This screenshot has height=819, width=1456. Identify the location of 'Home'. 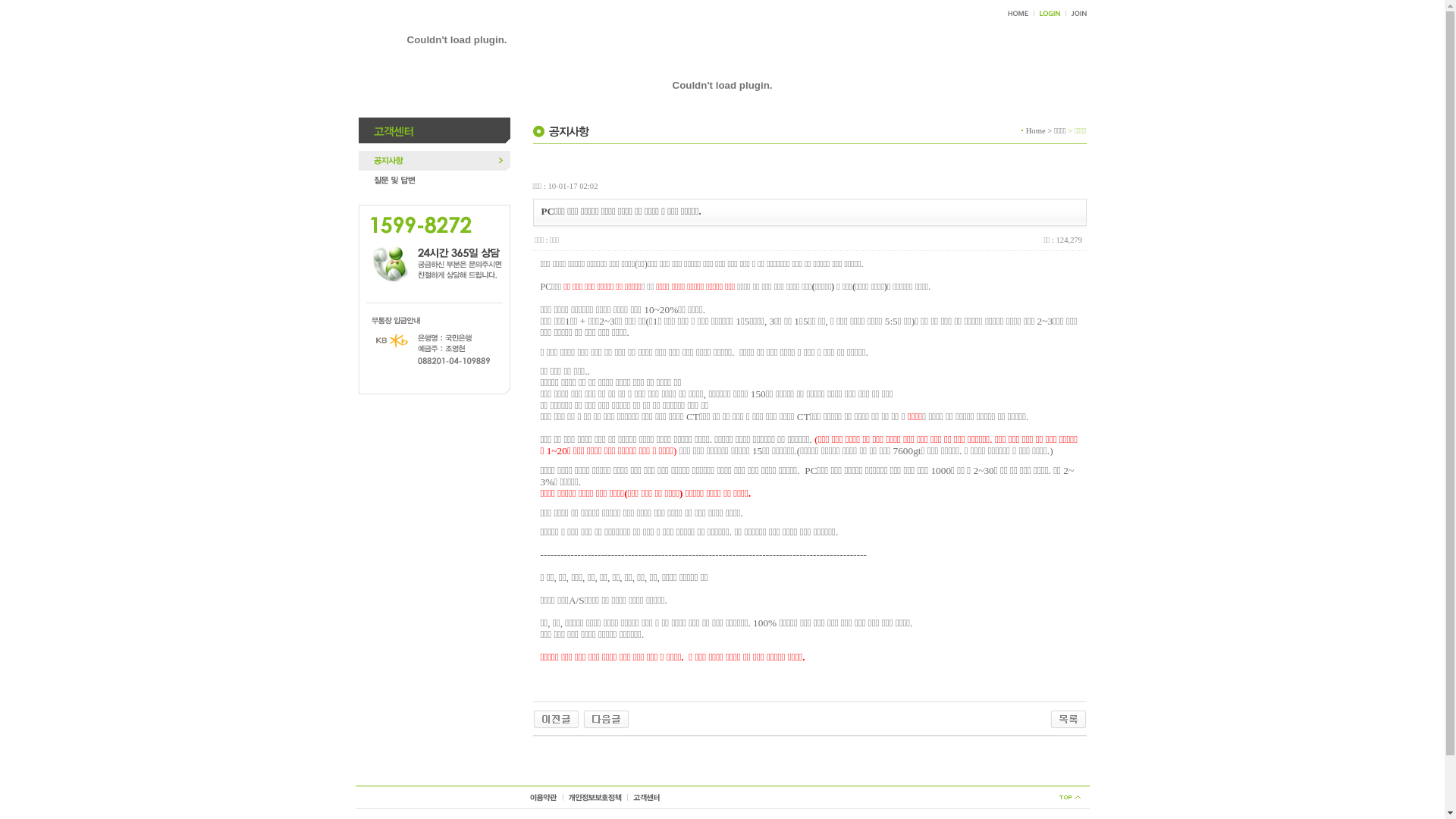
(1026, 129).